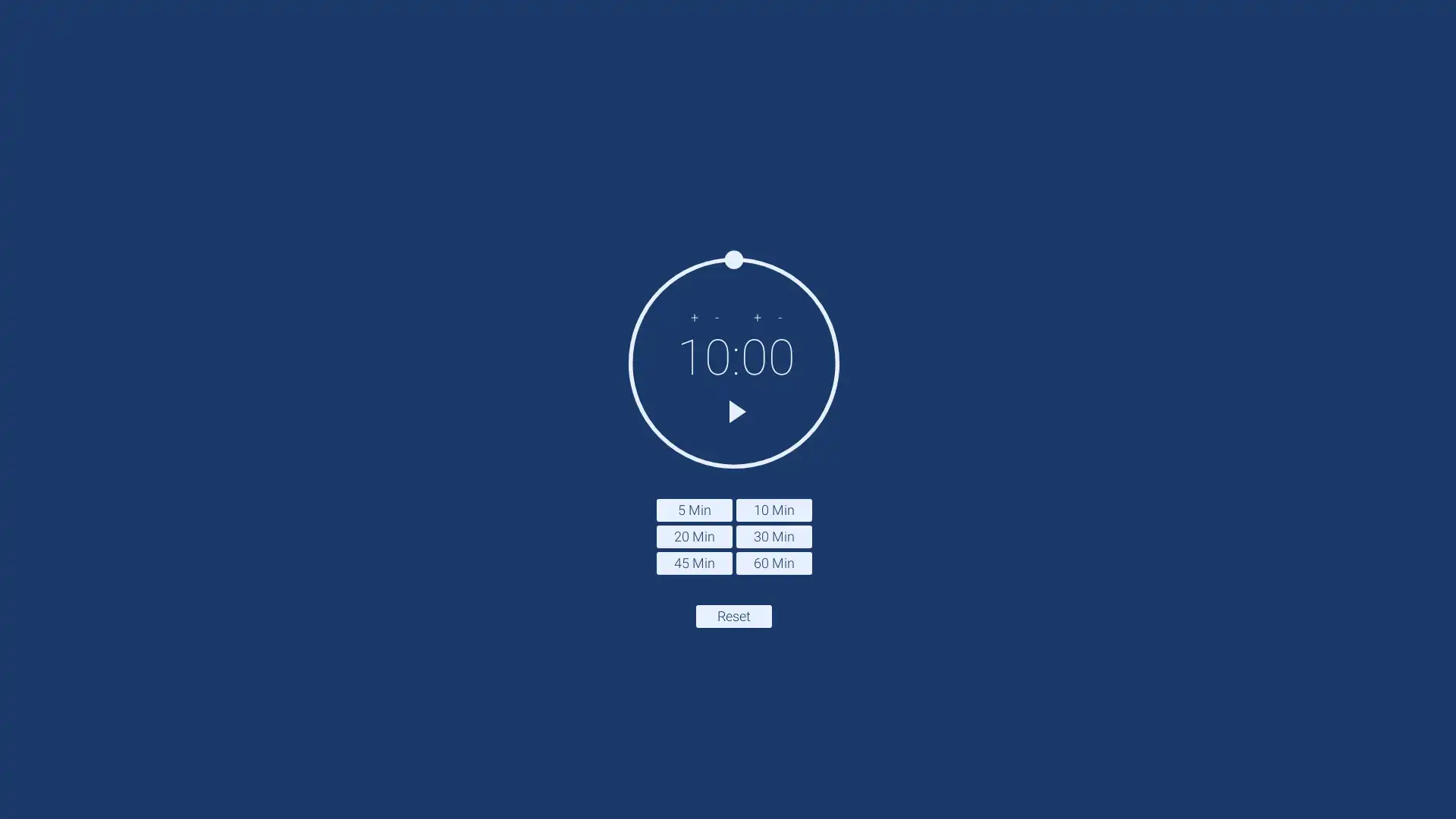 The image size is (1456, 819). Describe the element at coordinates (773, 535) in the screenshot. I see `30 Min` at that location.